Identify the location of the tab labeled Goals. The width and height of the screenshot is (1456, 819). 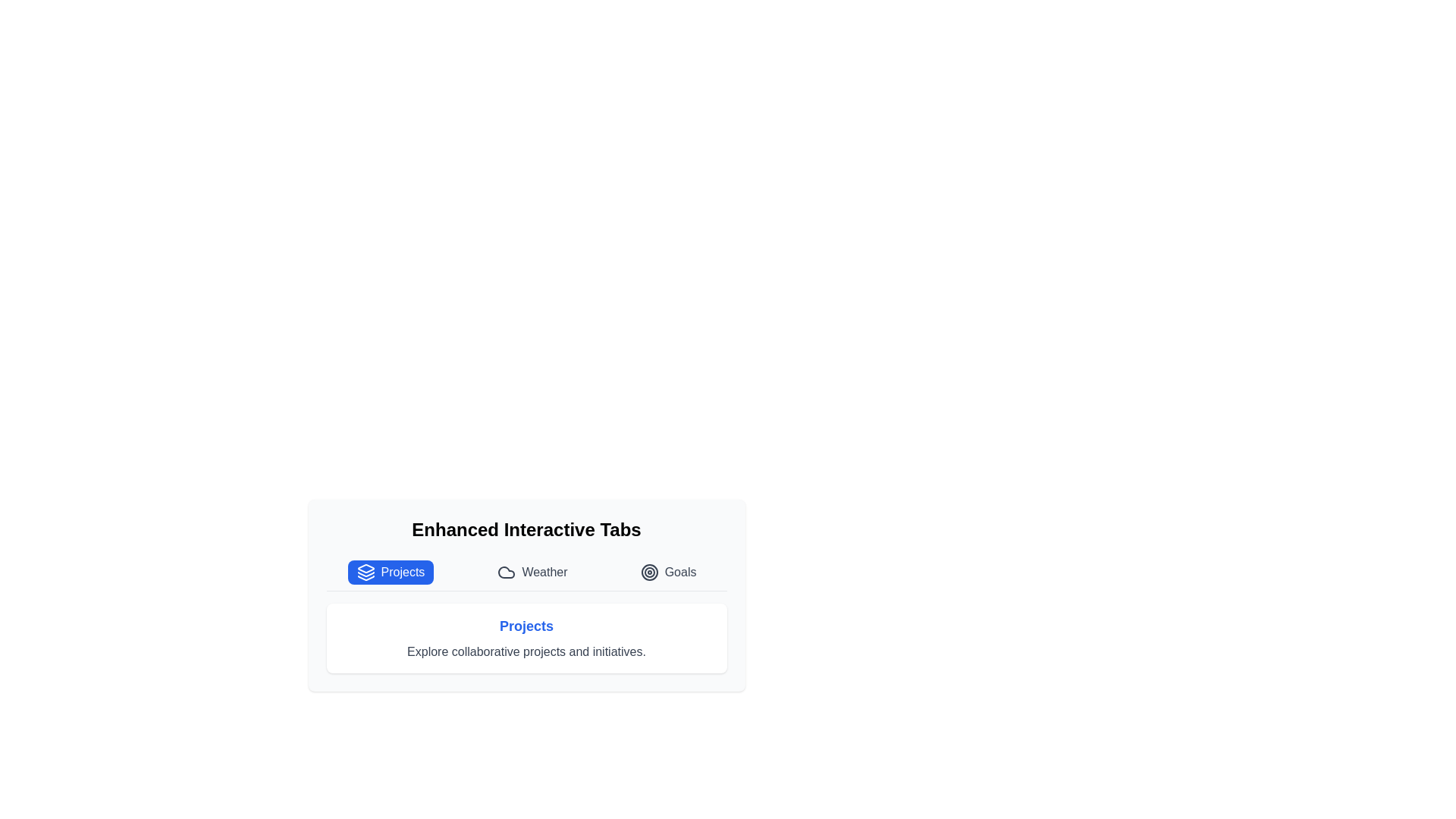
(667, 573).